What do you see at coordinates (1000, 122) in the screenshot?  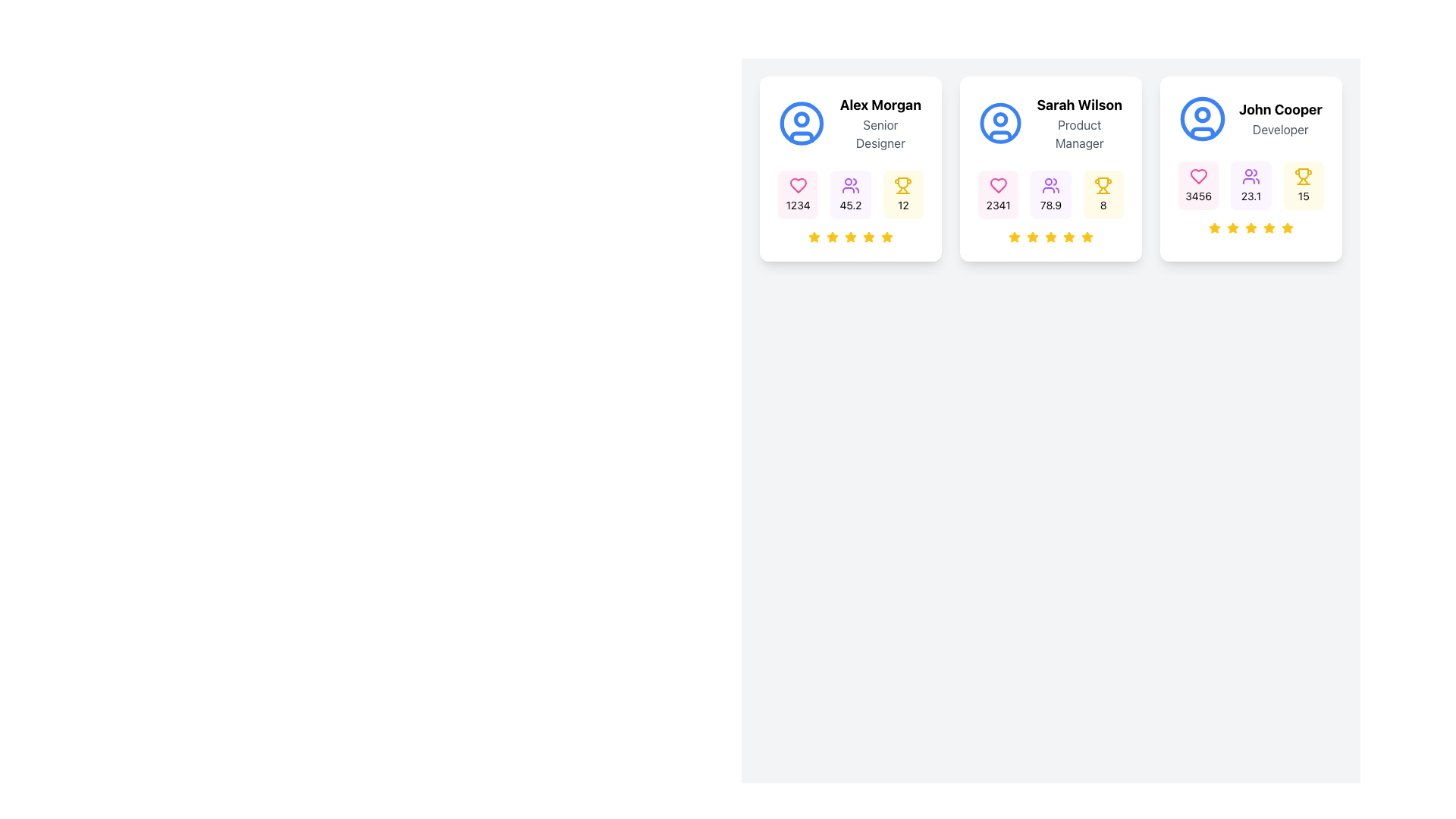 I see `the circular user icon with a blue stroke located in the profile card for 'Sarah Wilson', which is situated above the text 'Sarah Wilson' and 'Product Manager'` at bounding box center [1000, 122].